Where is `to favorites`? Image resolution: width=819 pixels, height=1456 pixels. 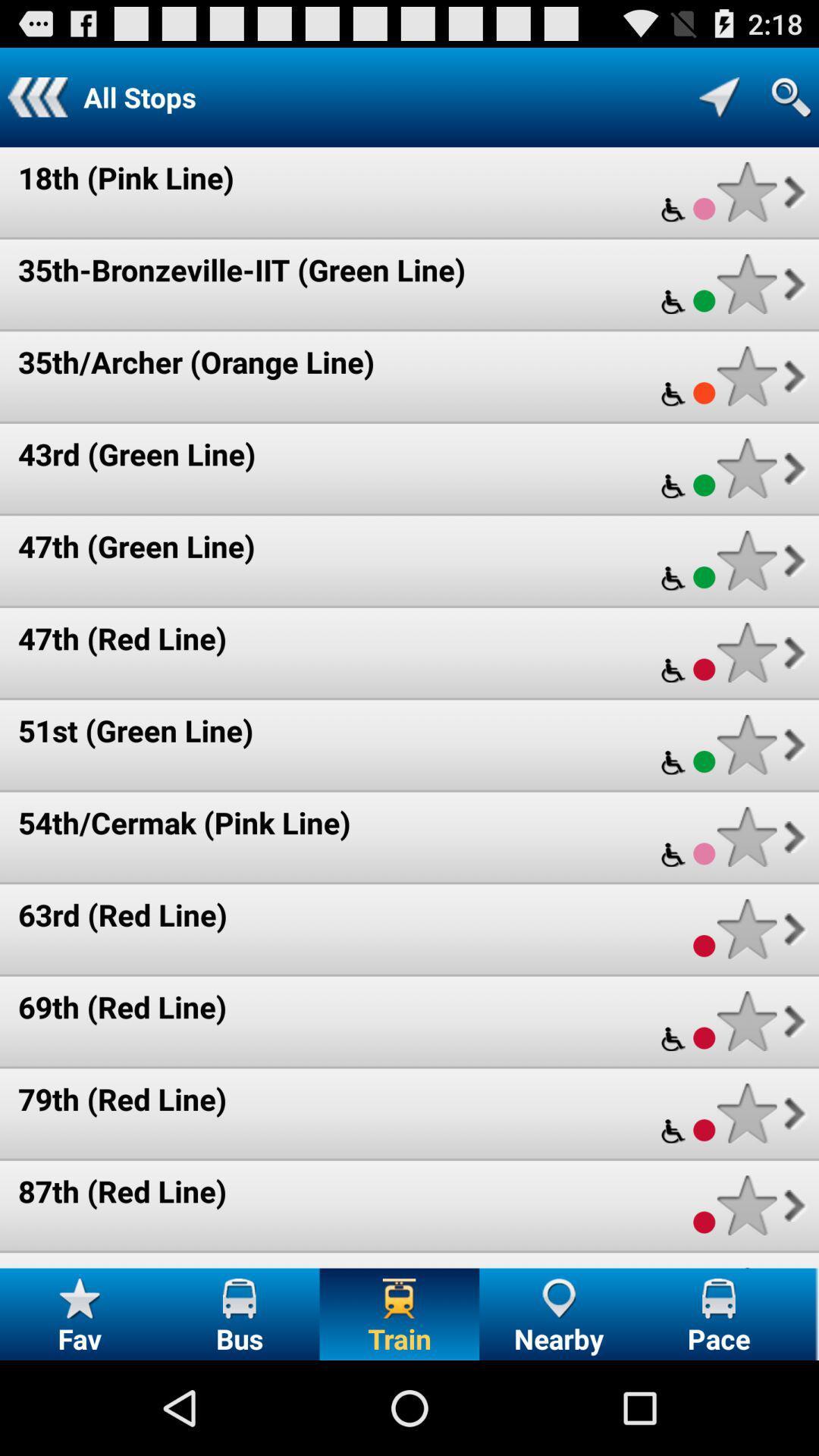 to favorites is located at coordinates (746, 1113).